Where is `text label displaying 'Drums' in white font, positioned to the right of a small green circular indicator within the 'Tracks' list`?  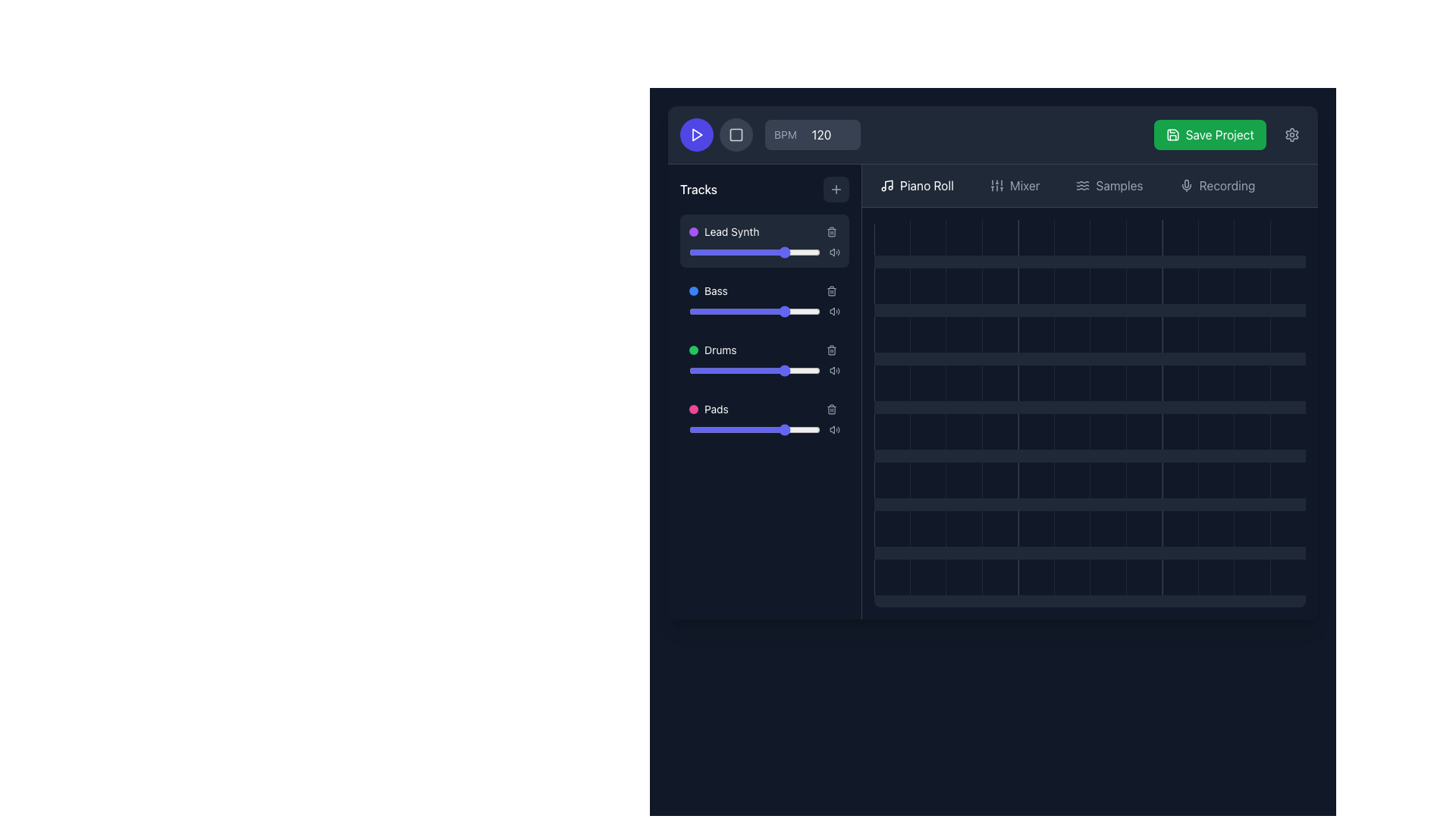
text label displaying 'Drums' in white font, positioned to the right of a small green circular indicator within the 'Tracks' list is located at coordinates (720, 350).